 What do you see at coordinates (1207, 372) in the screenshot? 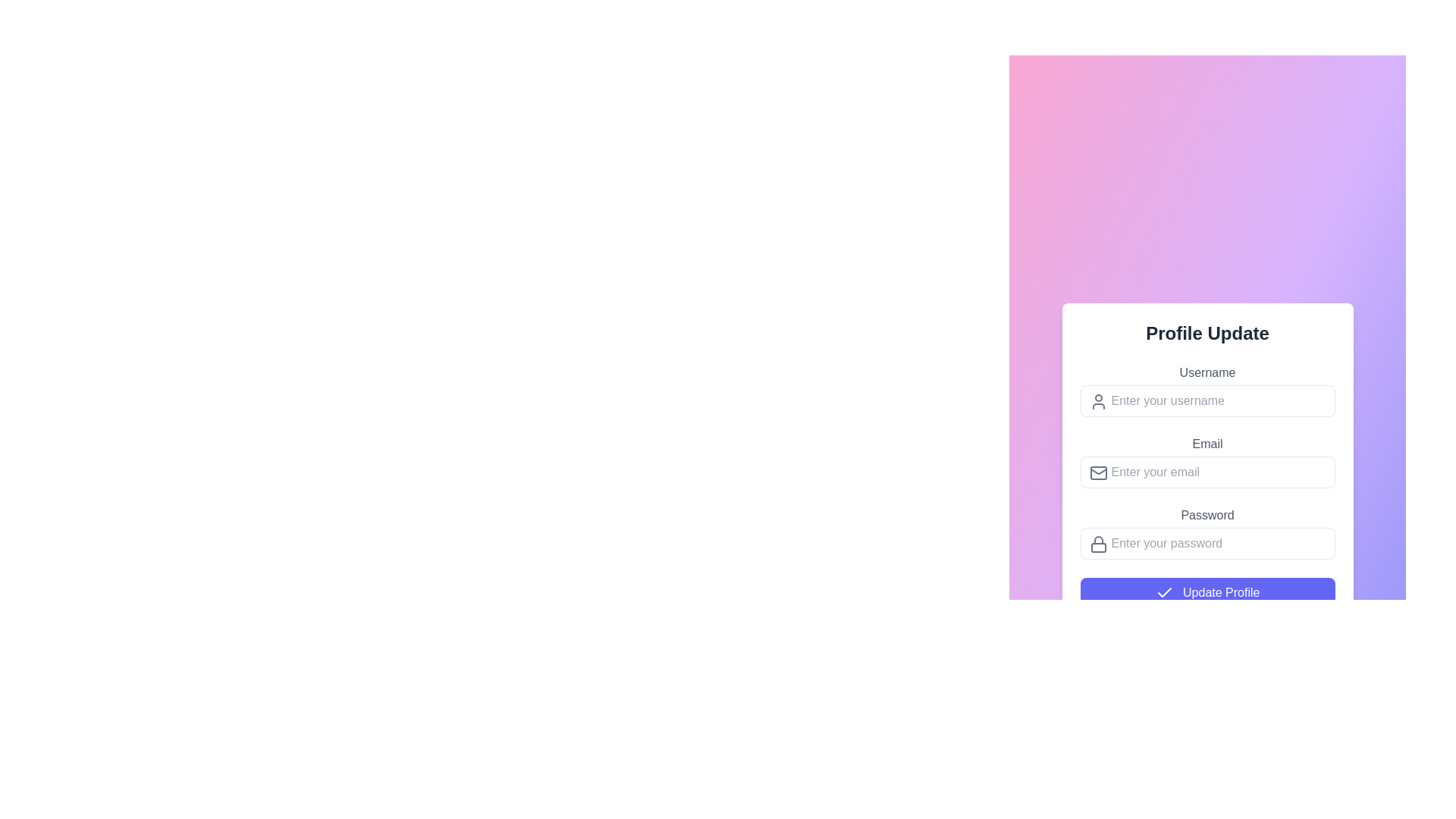
I see `label text 'Username' which is positioned above the username input field in the profile update form` at bounding box center [1207, 372].